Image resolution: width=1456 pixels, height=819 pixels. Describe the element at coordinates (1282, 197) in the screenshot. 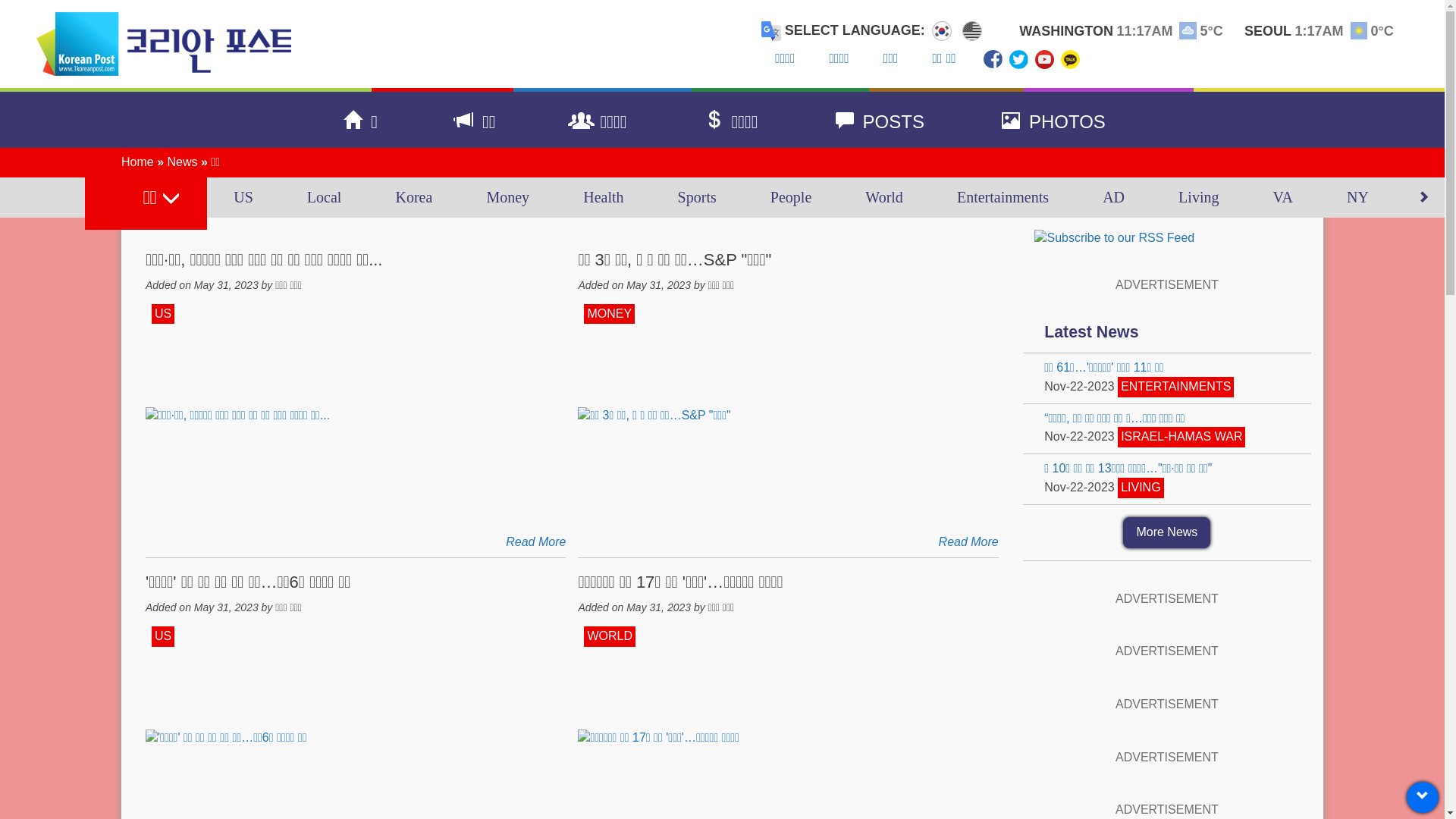

I see `'VA'` at that location.